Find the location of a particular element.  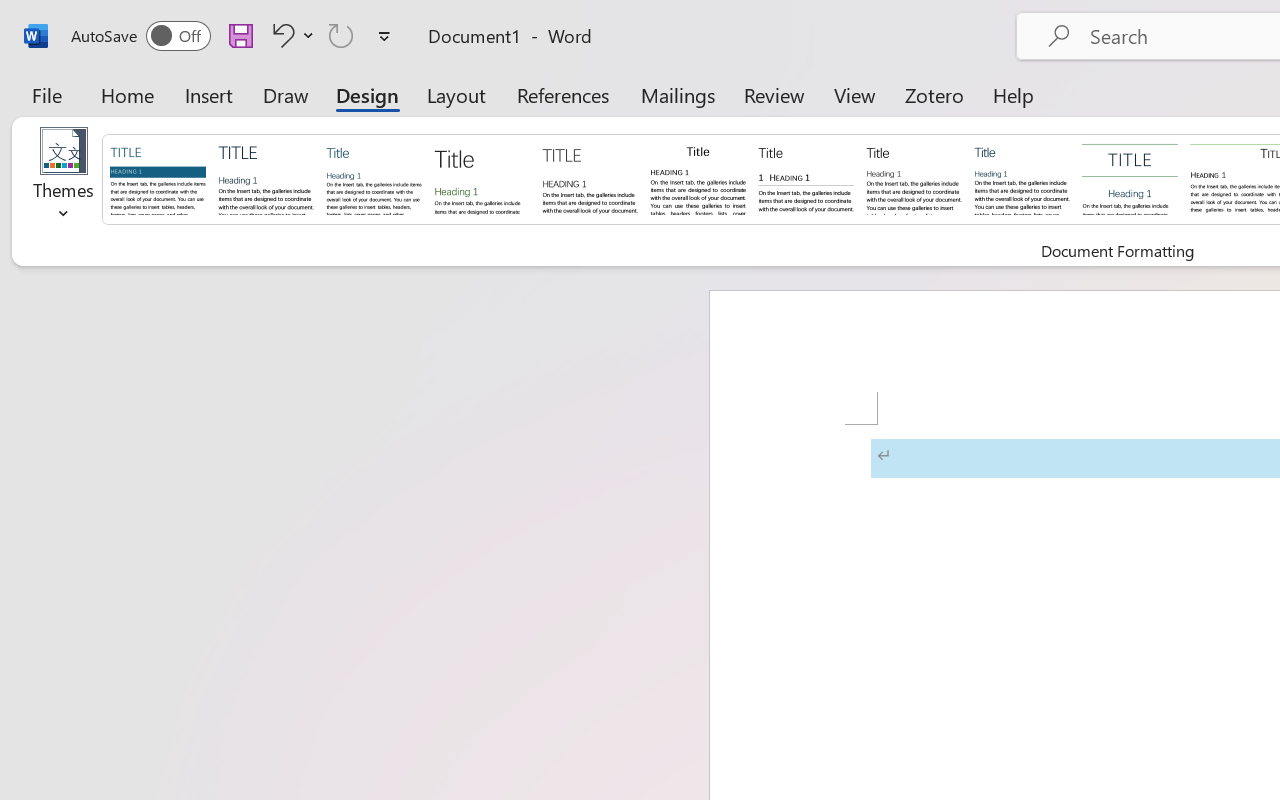

'Undo Apply Quick Style' is located at coordinates (289, 34).